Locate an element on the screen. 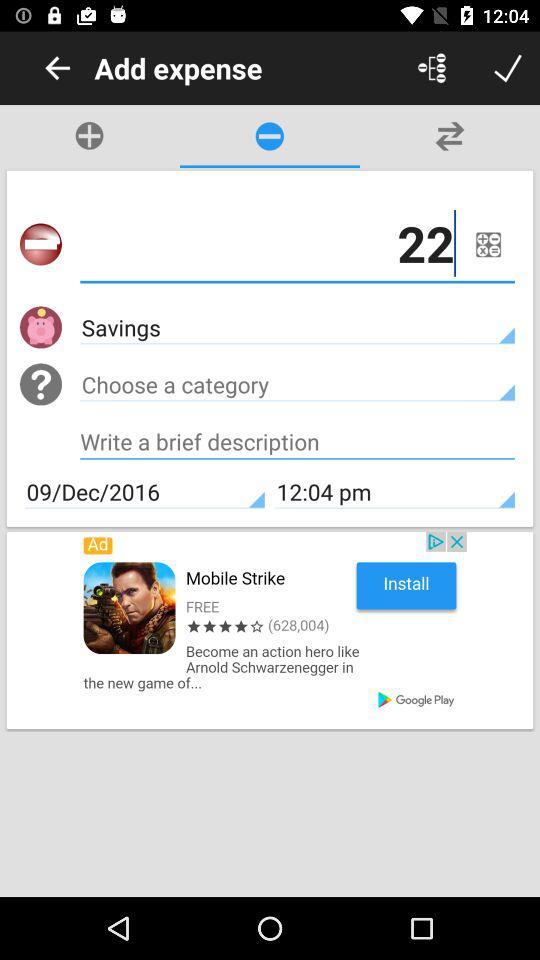 Image resolution: width=540 pixels, height=960 pixels. menu is located at coordinates (431, 68).